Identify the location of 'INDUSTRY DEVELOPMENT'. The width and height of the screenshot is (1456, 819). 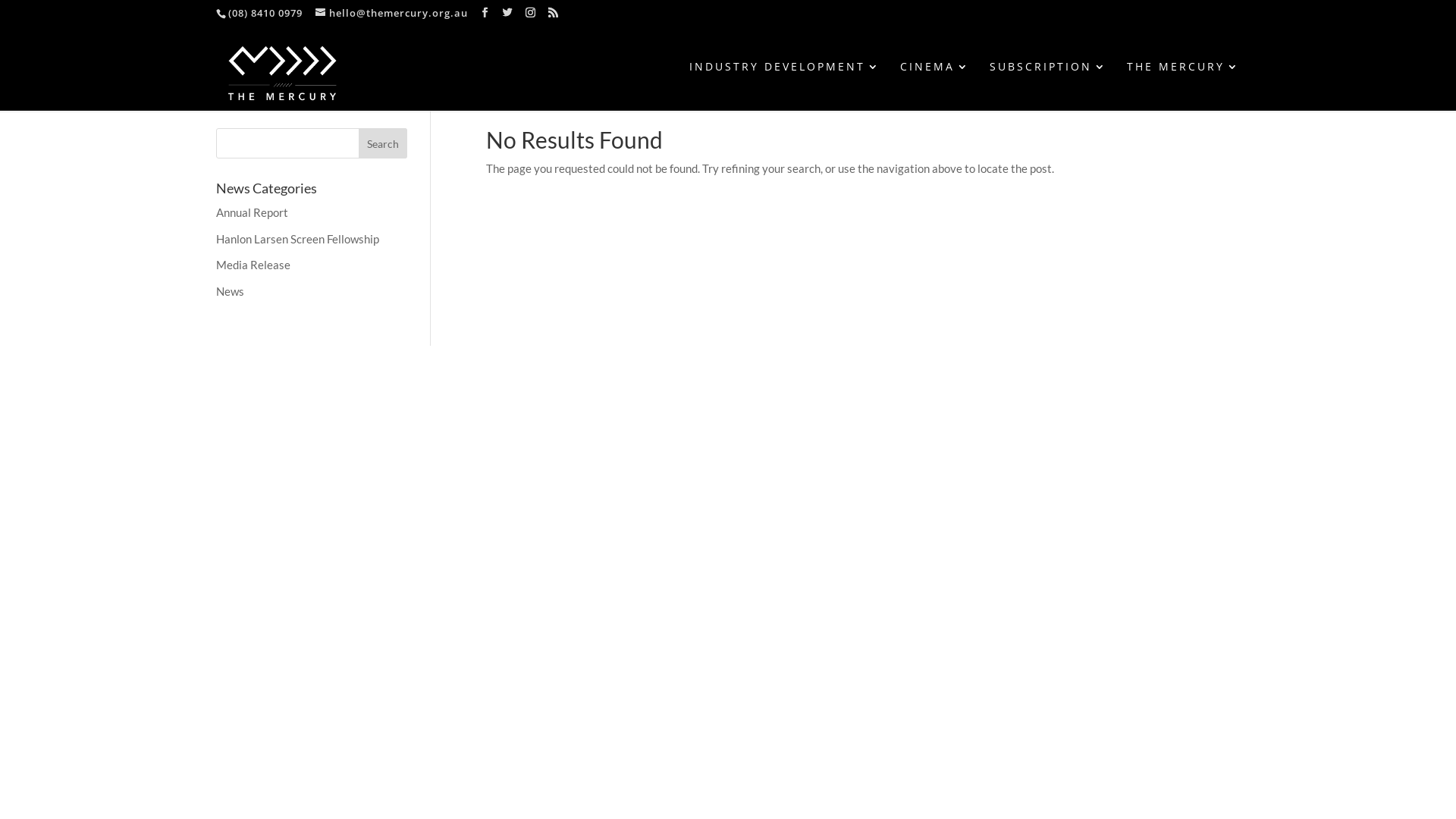
(688, 86).